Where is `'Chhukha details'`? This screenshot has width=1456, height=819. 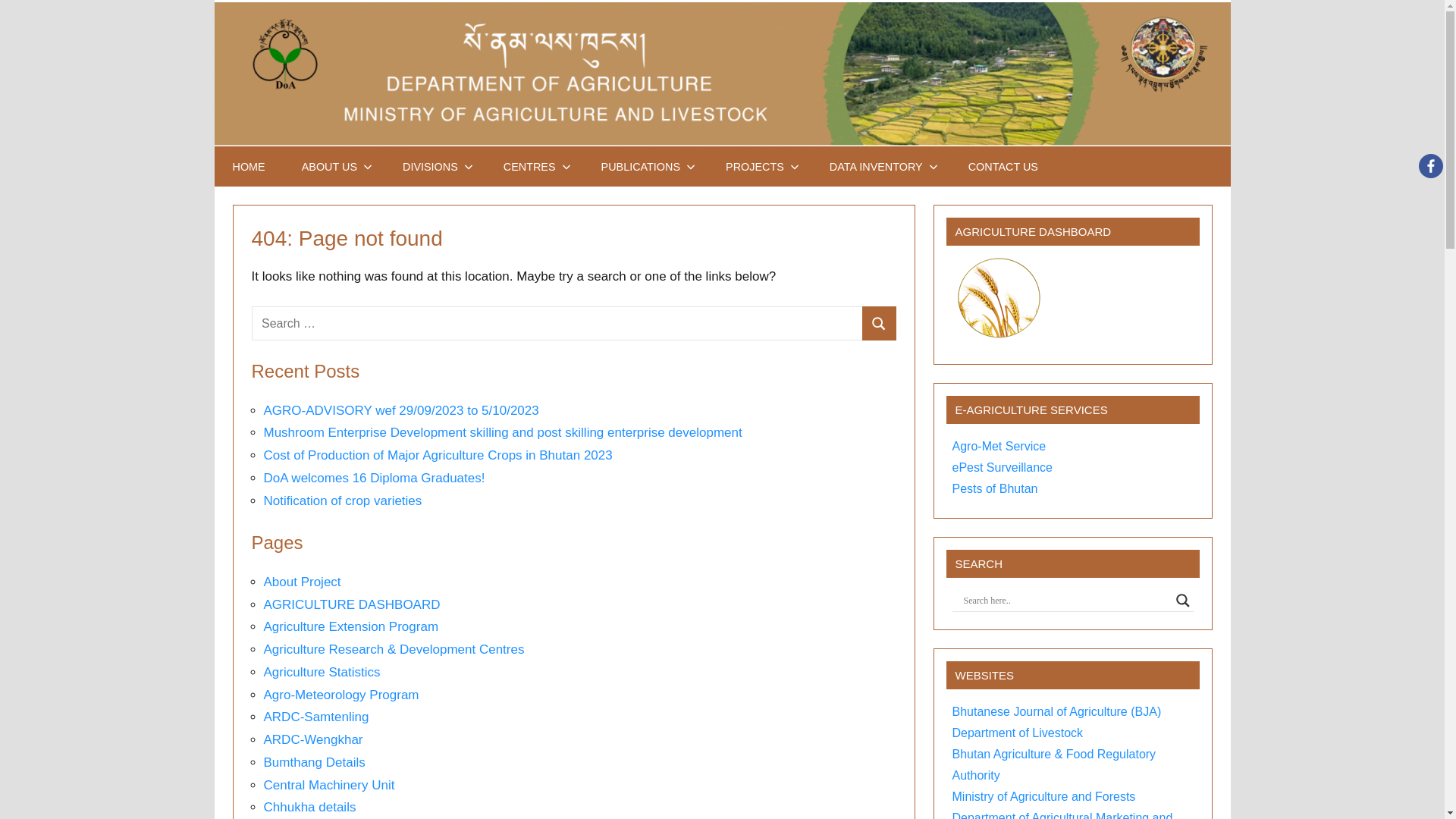 'Chhukha details' is located at coordinates (263, 806).